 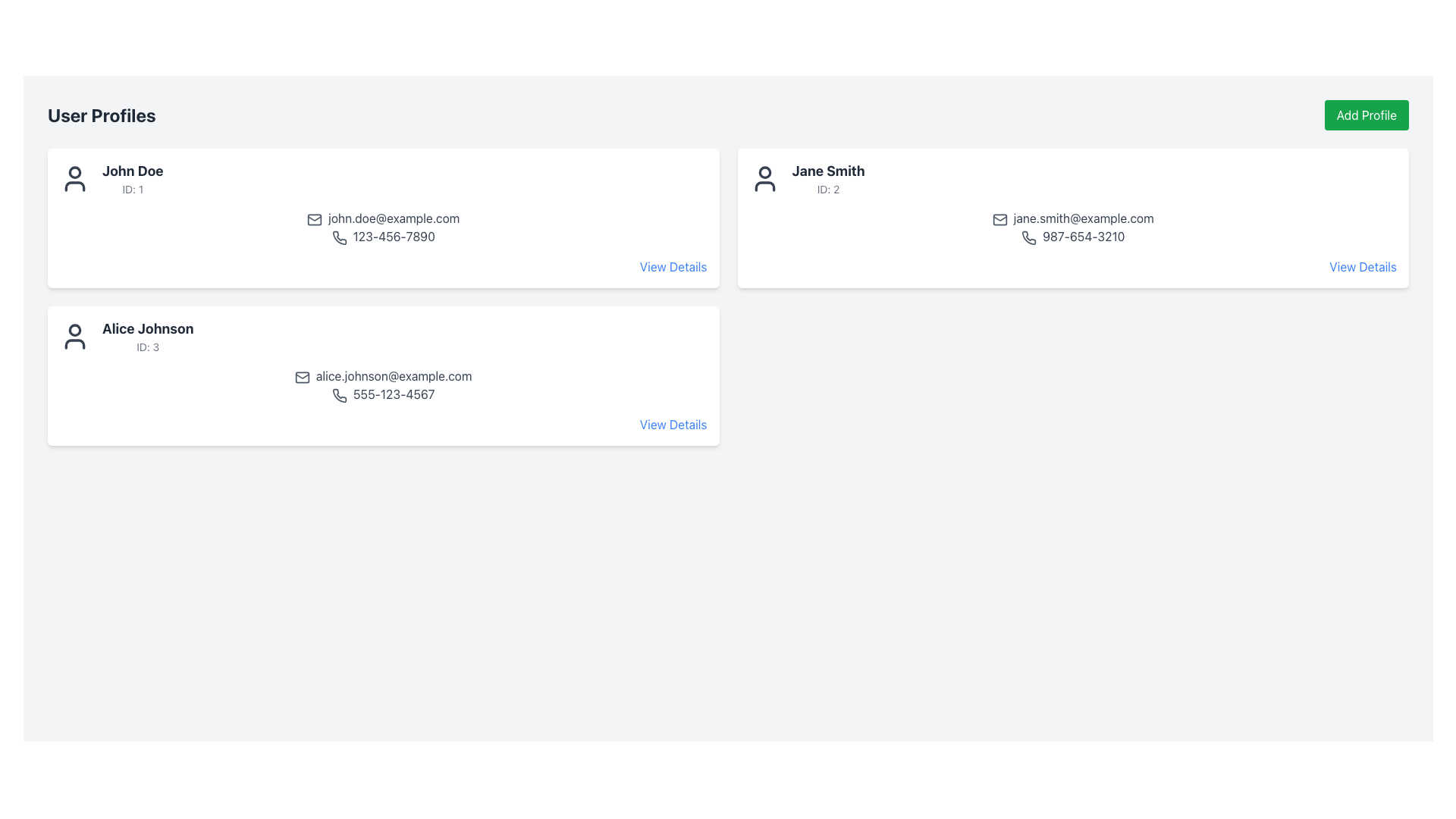 I want to click on the small gray phone icon located within Jane Smith's user card, positioned to the left of the phone number '987-654-3210', so click(x=1029, y=237).